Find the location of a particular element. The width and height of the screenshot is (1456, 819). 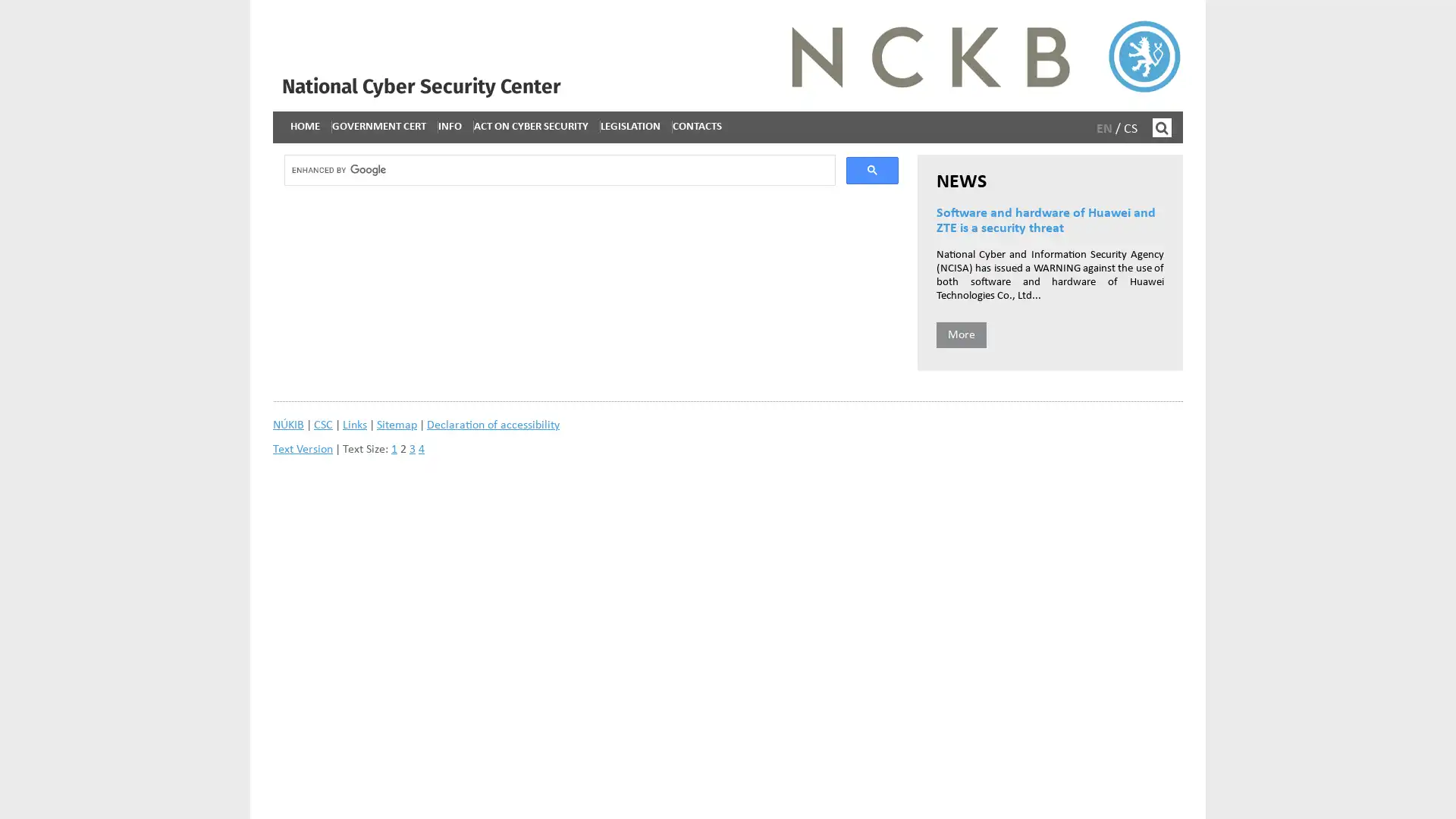

search is located at coordinates (872, 171).